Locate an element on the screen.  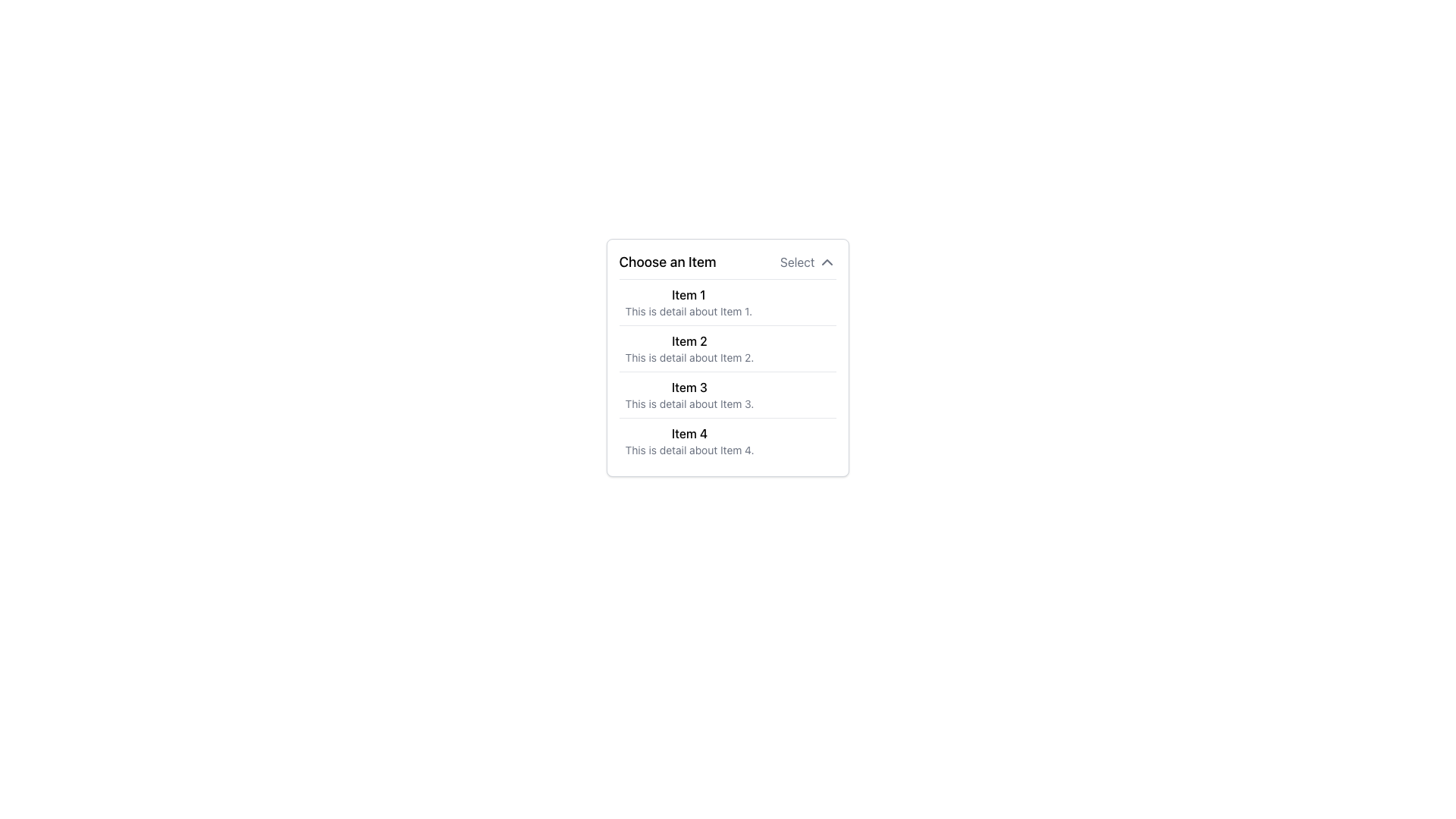
the Text Label that serves as a title for the specific item in the list, positioned below 'Item 1' and above 'Item 3' is located at coordinates (689, 341).